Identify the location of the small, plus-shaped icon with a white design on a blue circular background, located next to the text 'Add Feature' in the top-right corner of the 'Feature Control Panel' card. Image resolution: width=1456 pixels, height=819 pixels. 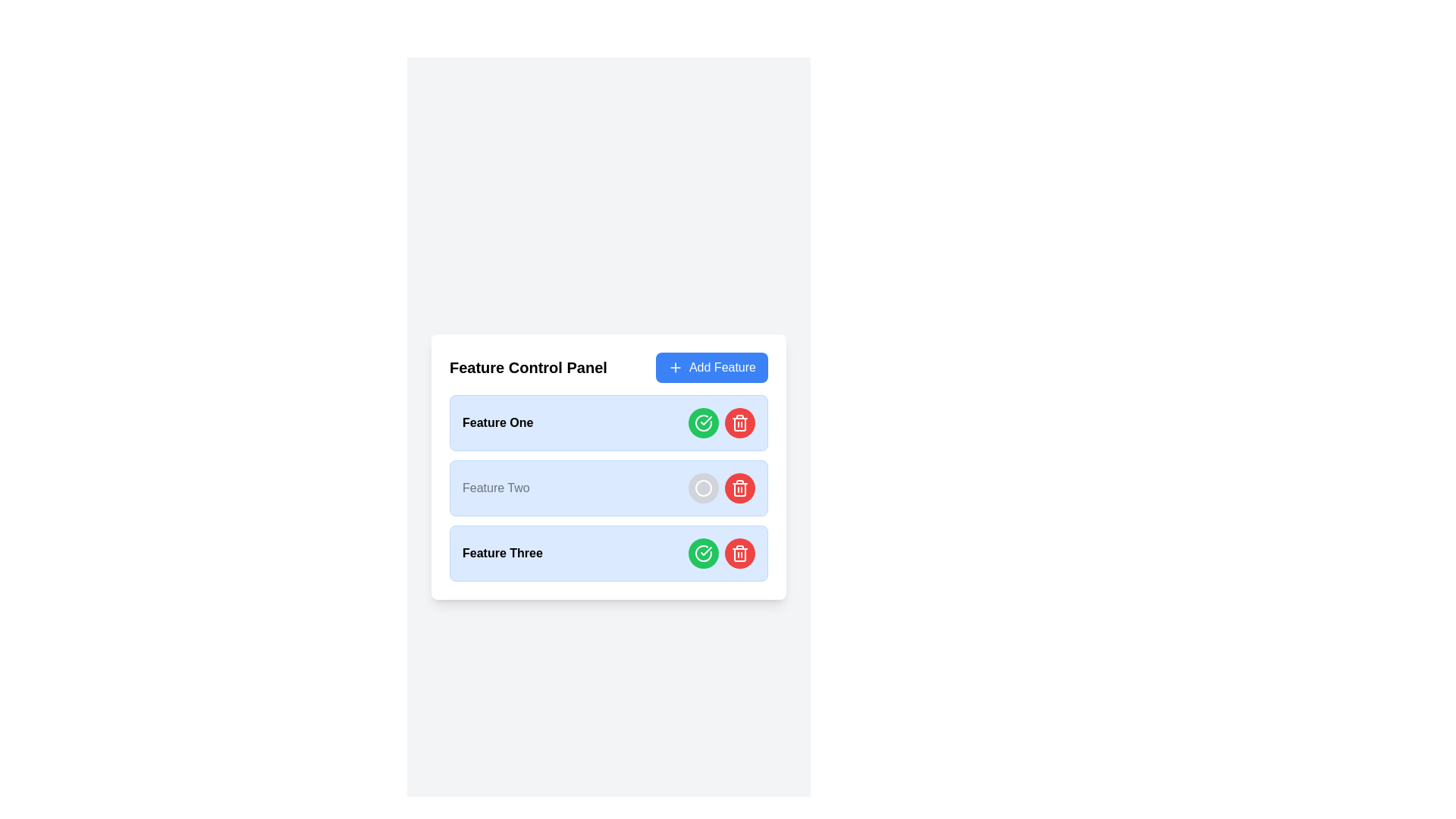
(674, 368).